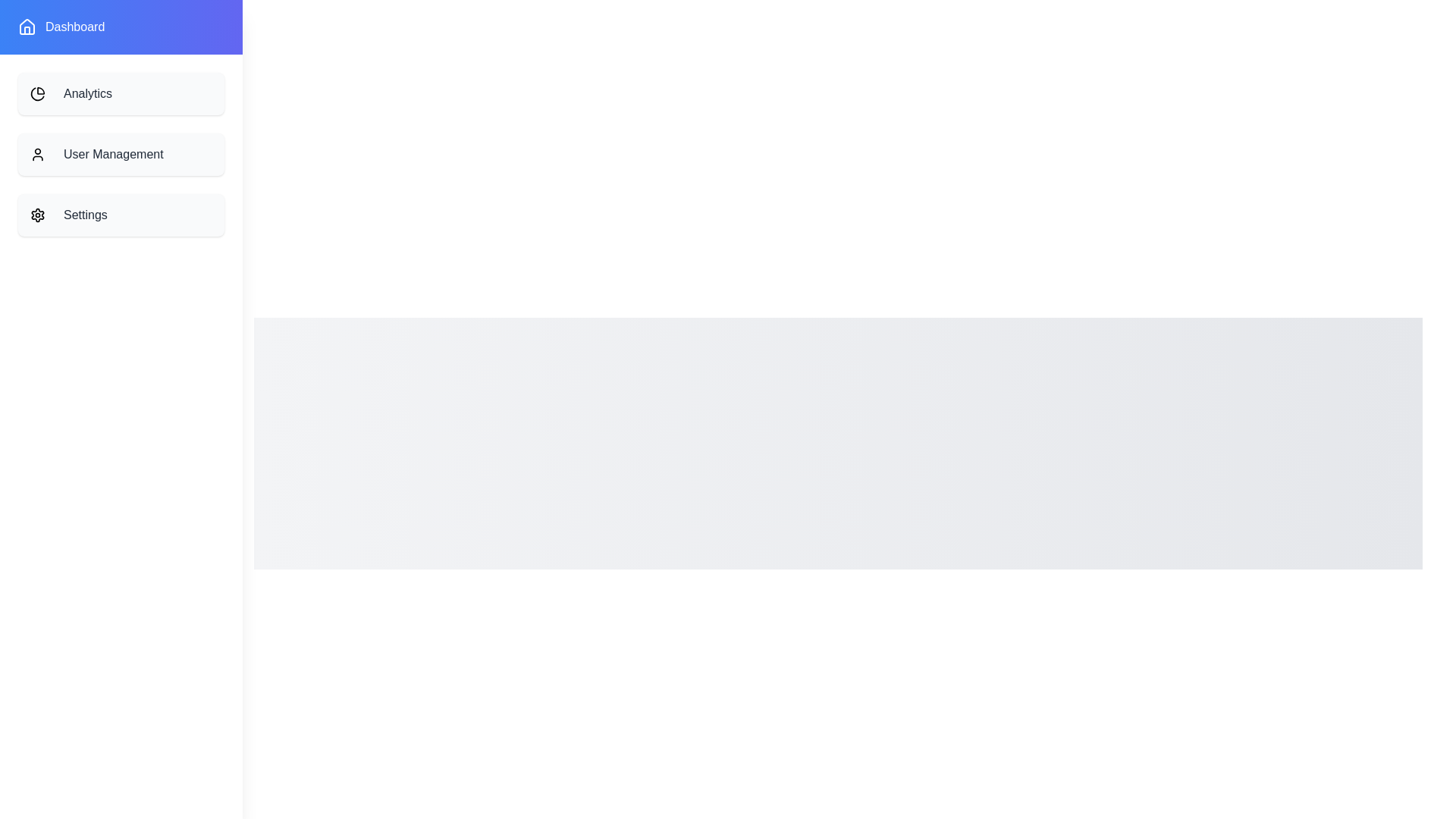 This screenshot has height=819, width=1456. I want to click on the 'Analytics' item in the DashboardDrawer, so click(120, 93).